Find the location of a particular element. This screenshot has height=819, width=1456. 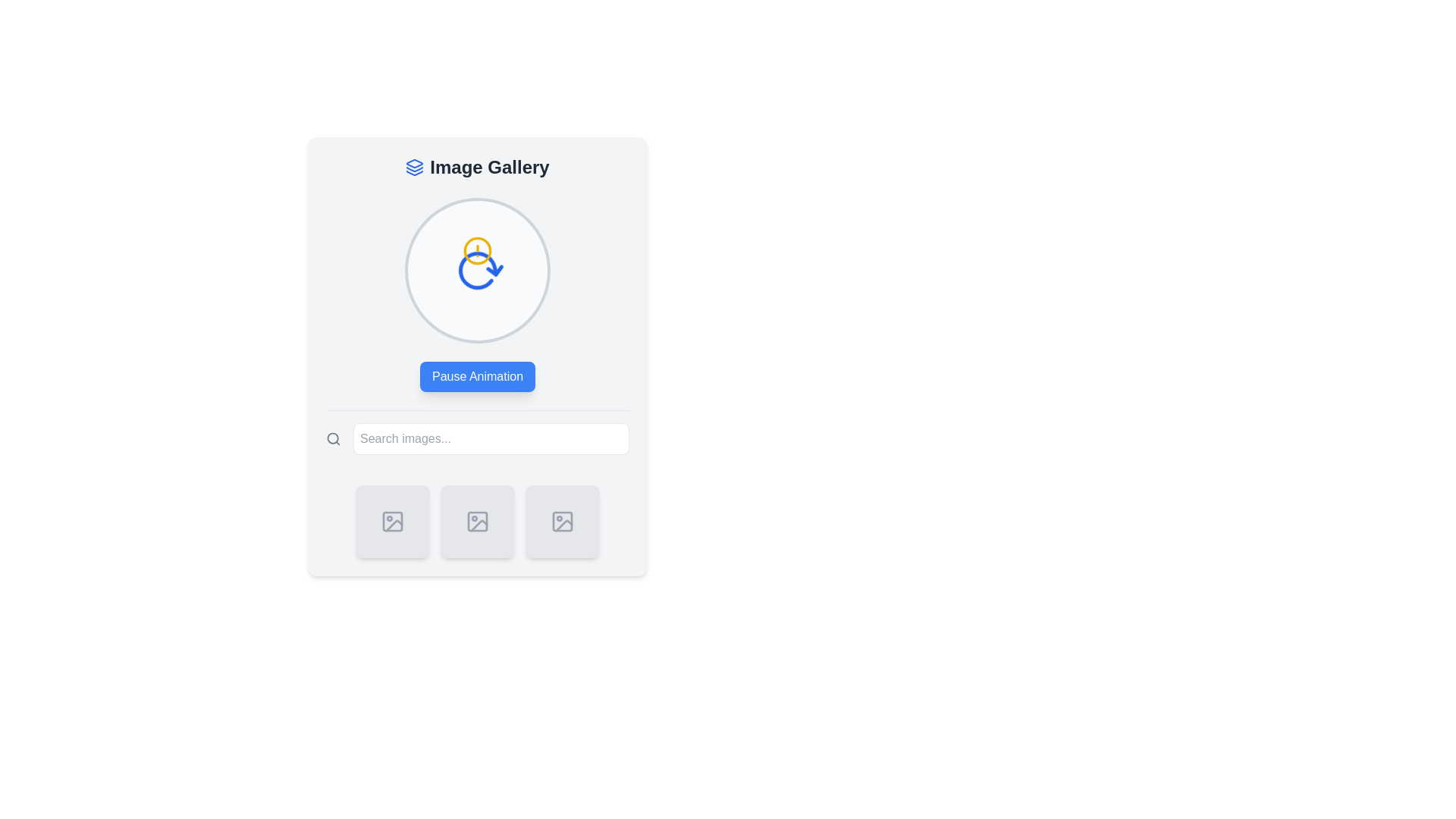

the square button with a light gray background and gallery icon is located at coordinates (393, 520).